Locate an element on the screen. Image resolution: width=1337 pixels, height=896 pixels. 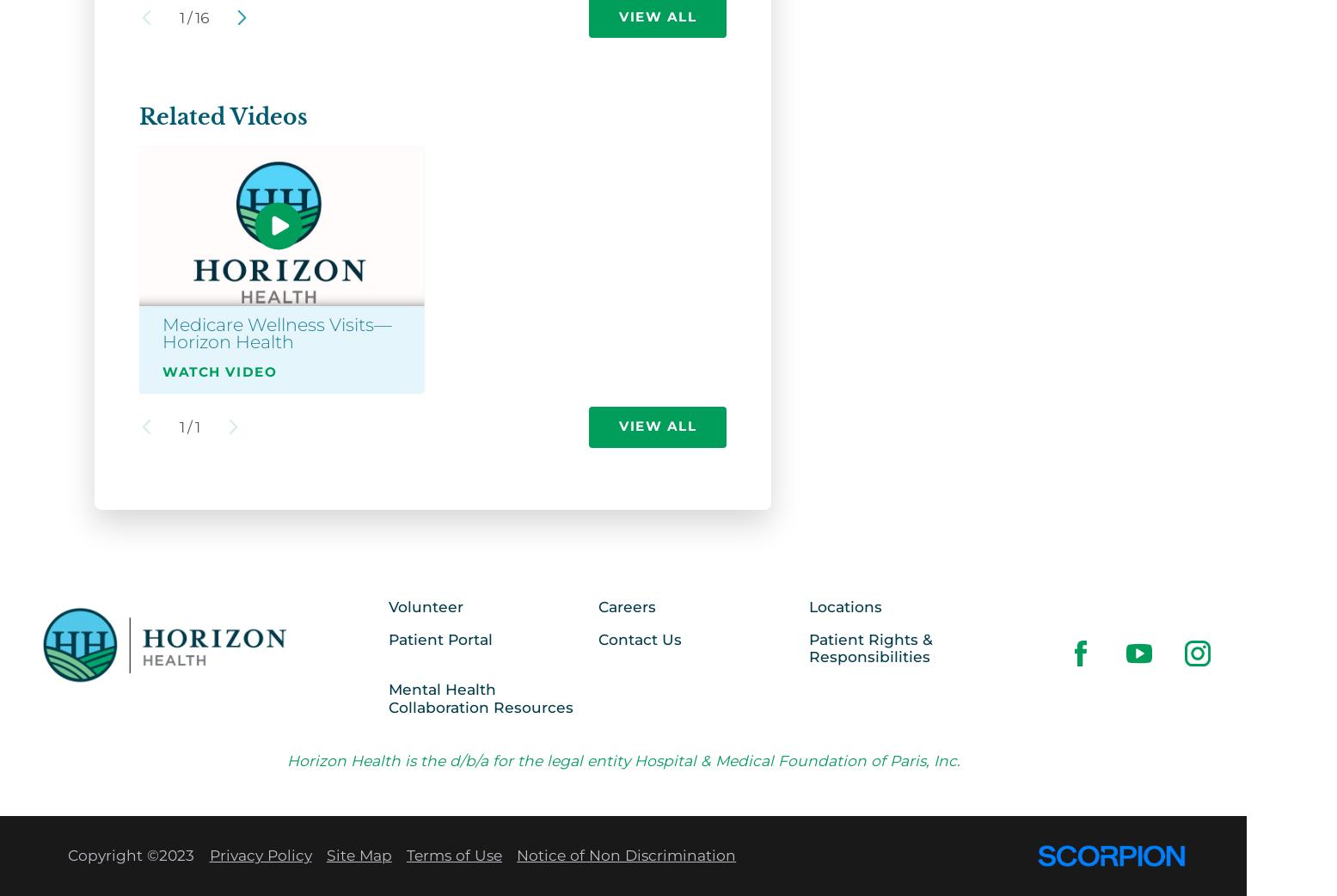
'Privacy Policy' is located at coordinates (259, 855).